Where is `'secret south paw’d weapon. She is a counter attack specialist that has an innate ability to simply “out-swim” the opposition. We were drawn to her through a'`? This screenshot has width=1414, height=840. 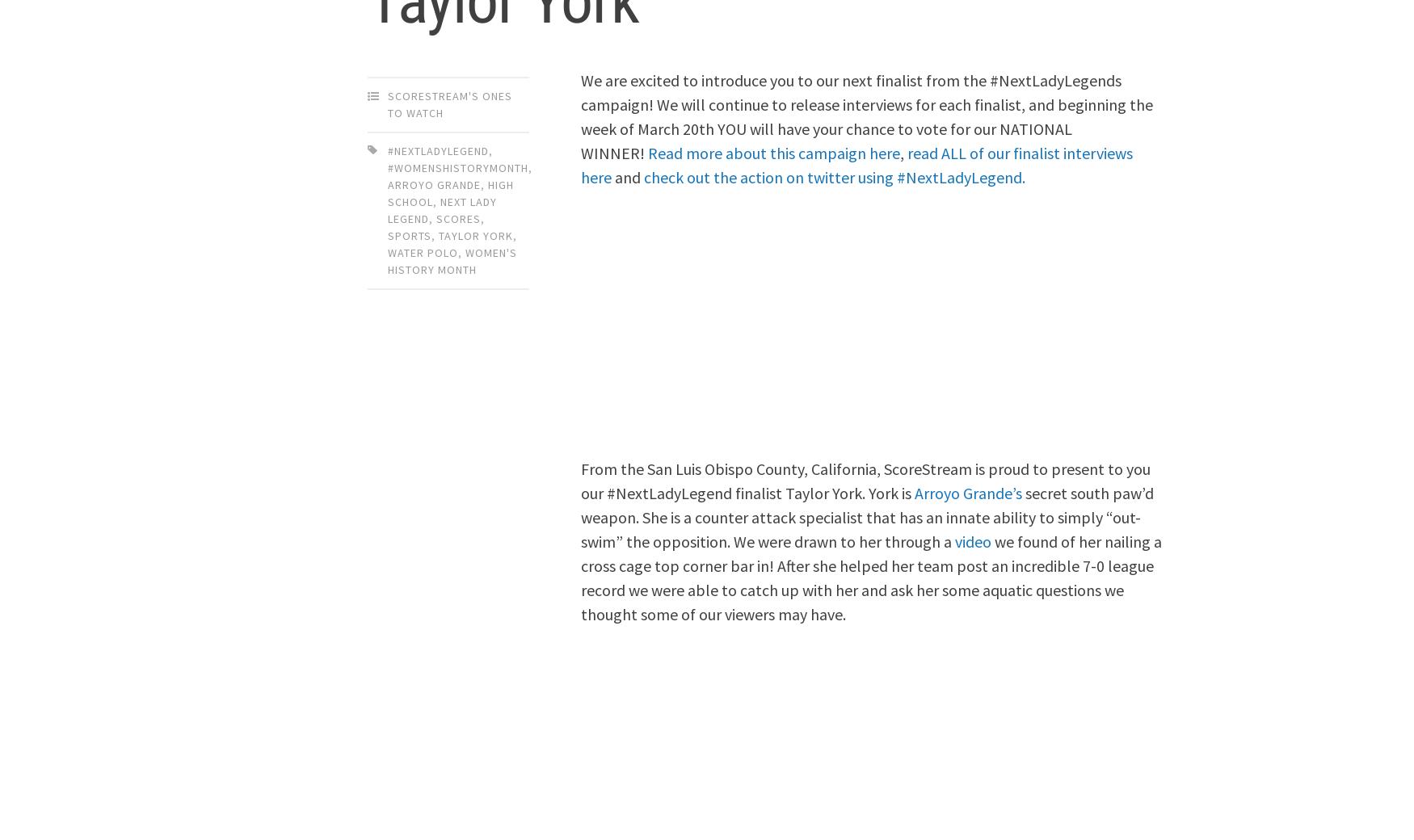
'secret south paw’d weapon. She is a counter attack specialist that has an innate ability to simply “out-swim” the opposition. We were drawn to her through a' is located at coordinates (867, 515).